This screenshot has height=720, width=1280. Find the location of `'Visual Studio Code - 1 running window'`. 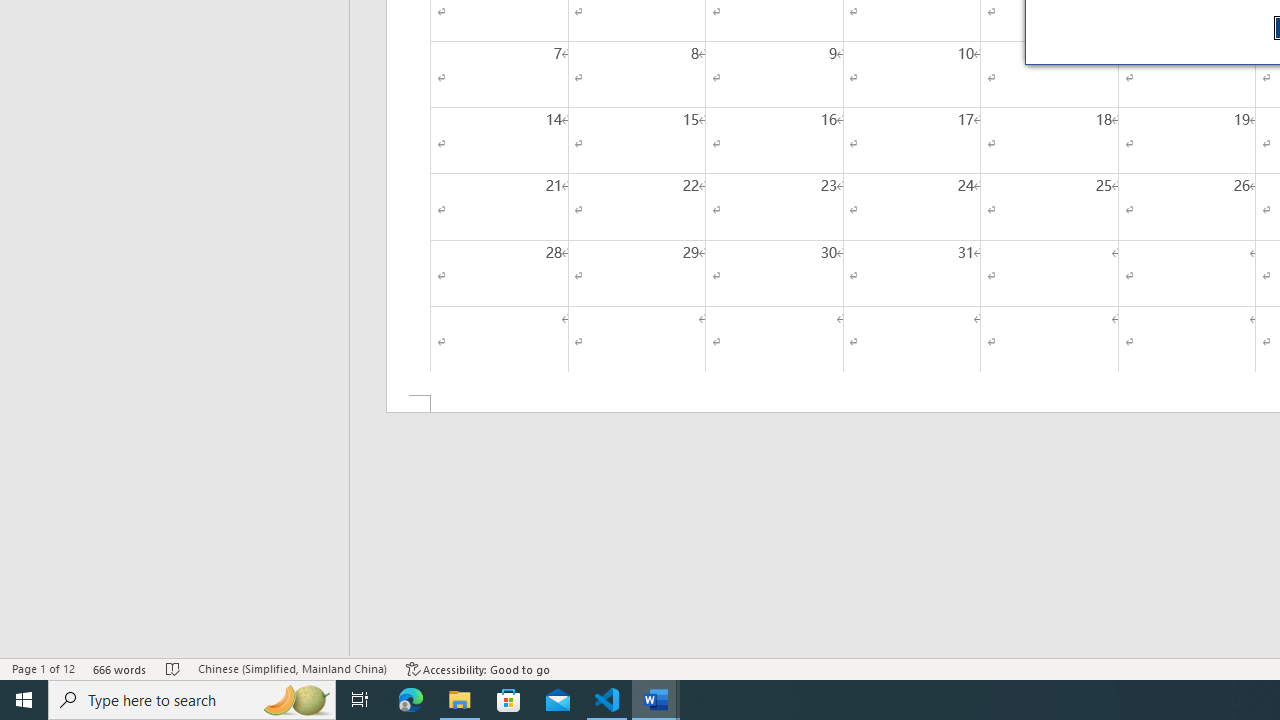

'Visual Studio Code - 1 running window' is located at coordinates (606, 698).